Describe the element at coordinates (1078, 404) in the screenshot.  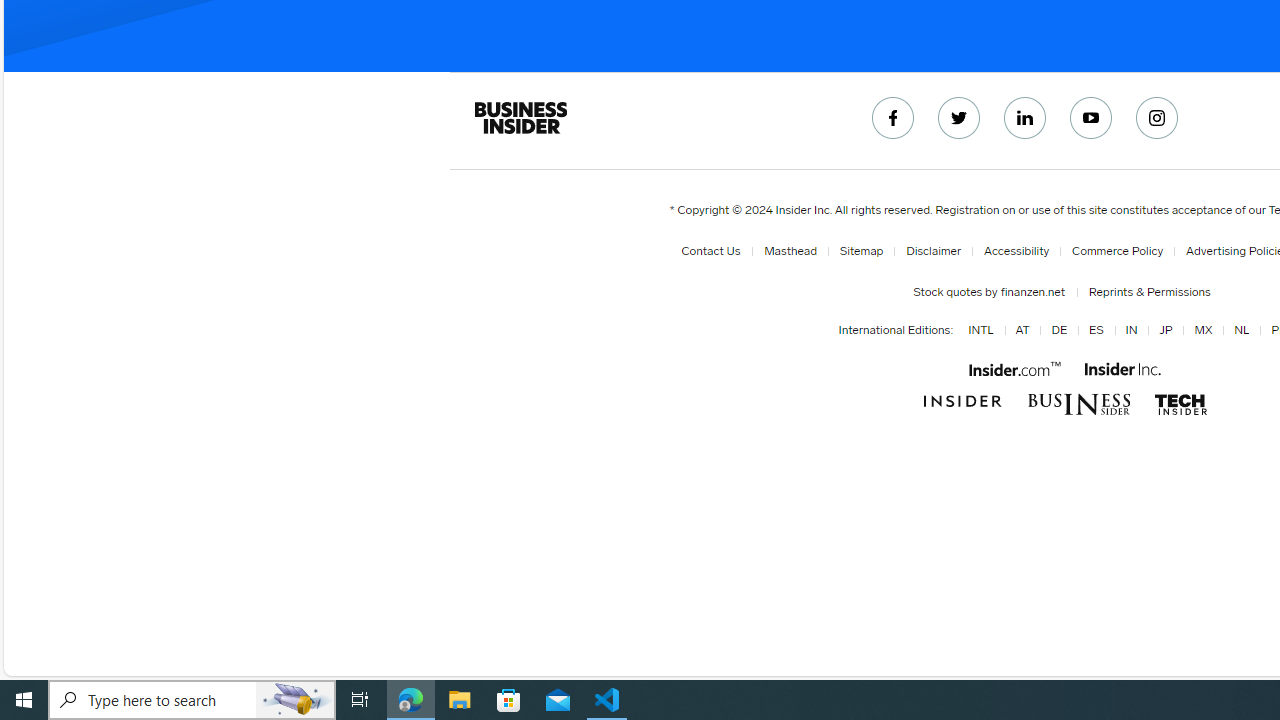
I see `'Business Insider DE Logo'` at that location.